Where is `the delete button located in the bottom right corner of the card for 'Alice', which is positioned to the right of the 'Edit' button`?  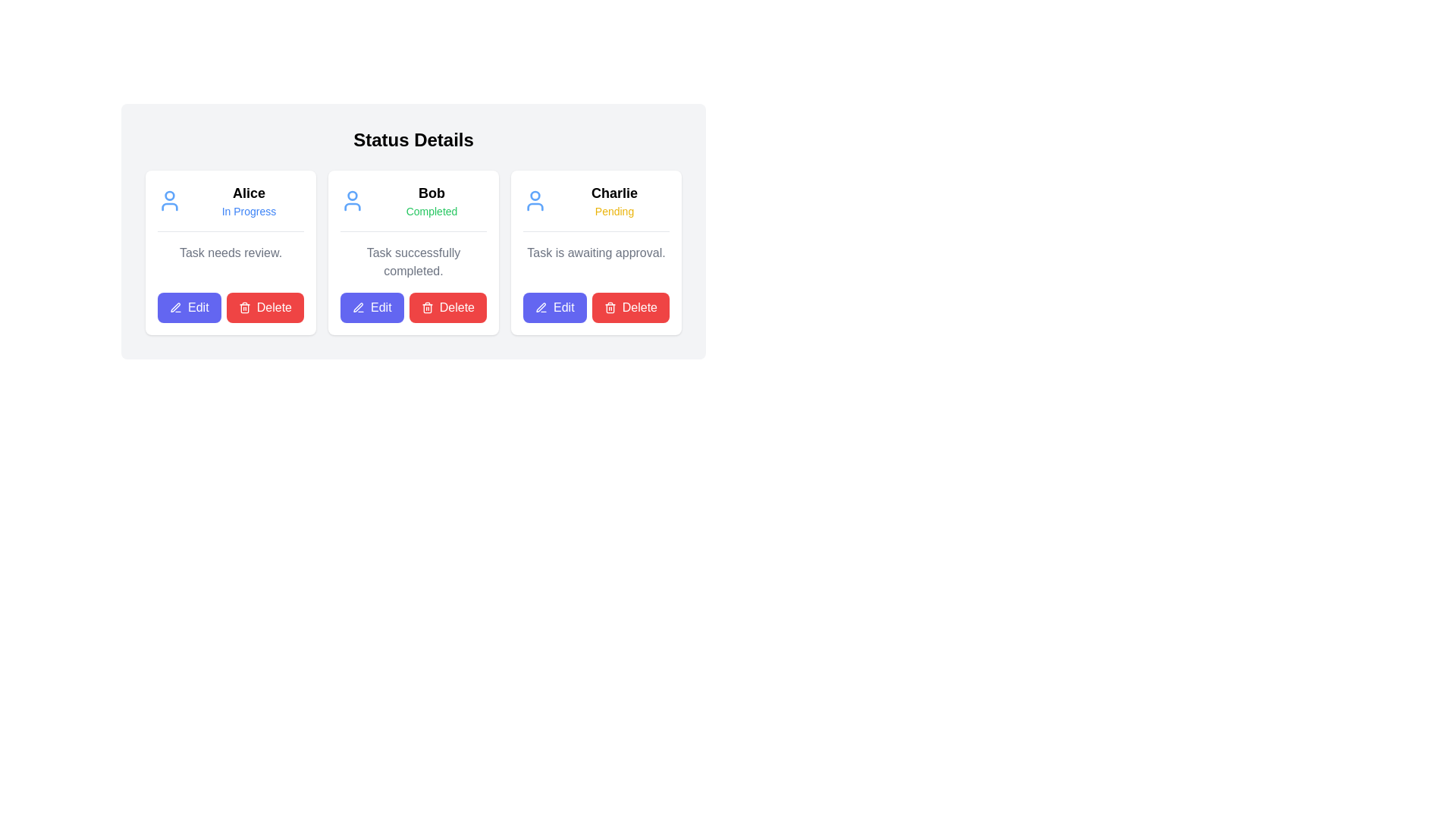 the delete button located in the bottom right corner of the card for 'Alice', which is positioned to the right of the 'Edit' button is located at coordinates (230, 307).